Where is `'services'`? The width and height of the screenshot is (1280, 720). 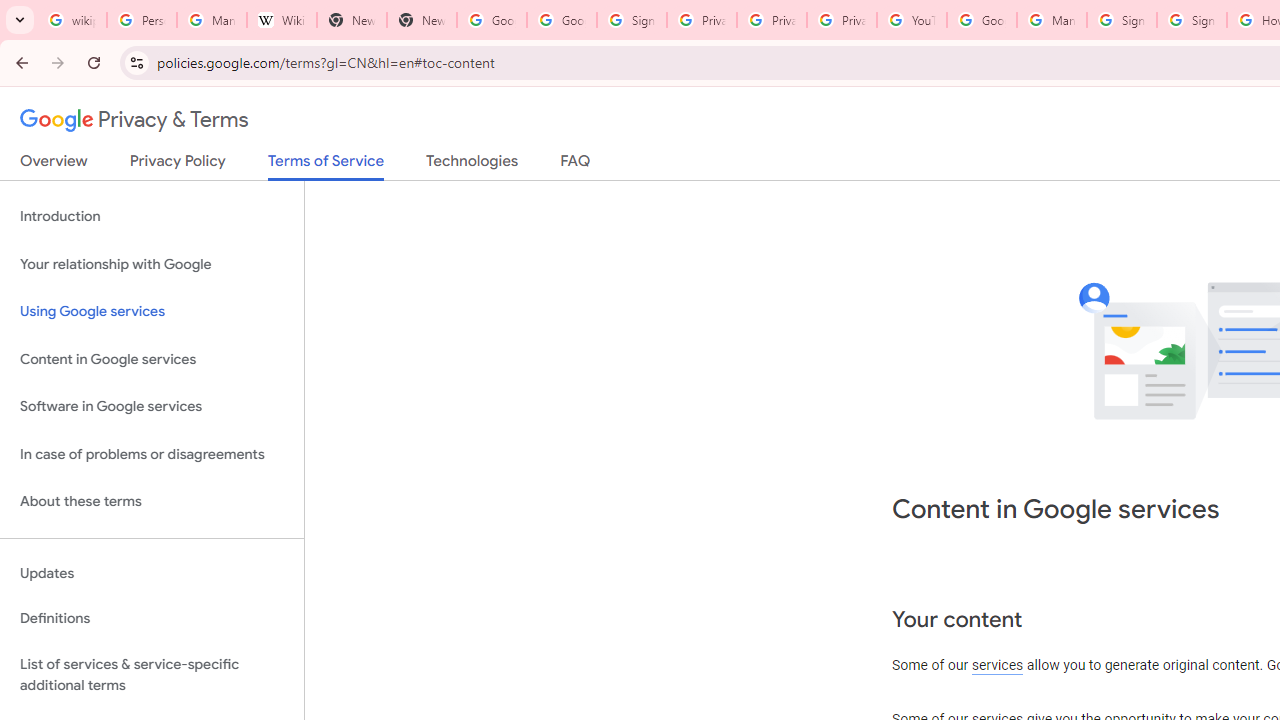 'services' is located at coordinates (997, 666).